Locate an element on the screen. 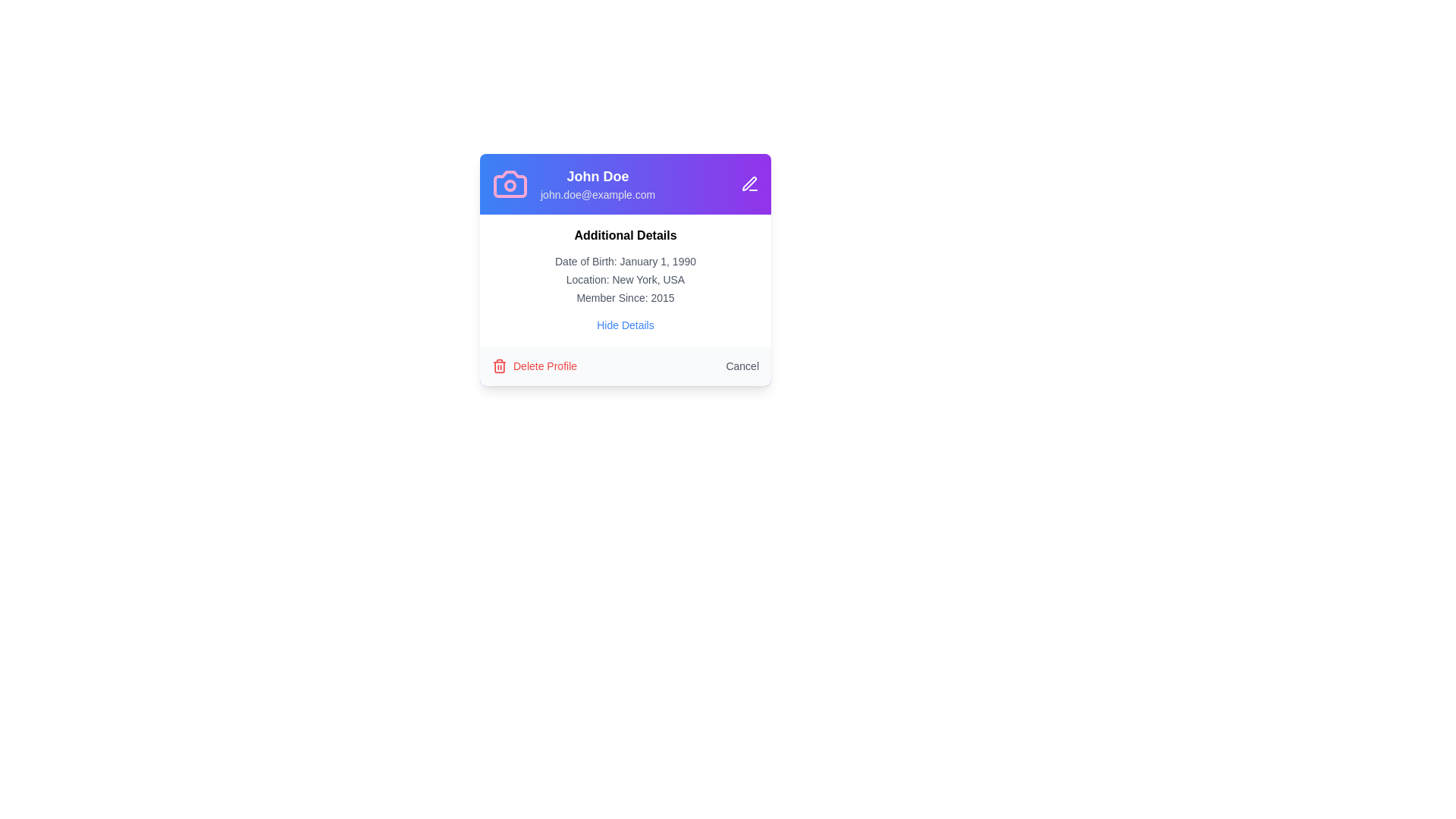 Image resolution: width=1456 pixels, height=819 pixels. text of the heading element displaying 'Additional Details' in bold, which is centrally positioned above the user details section is located at coordinates (626, 236).